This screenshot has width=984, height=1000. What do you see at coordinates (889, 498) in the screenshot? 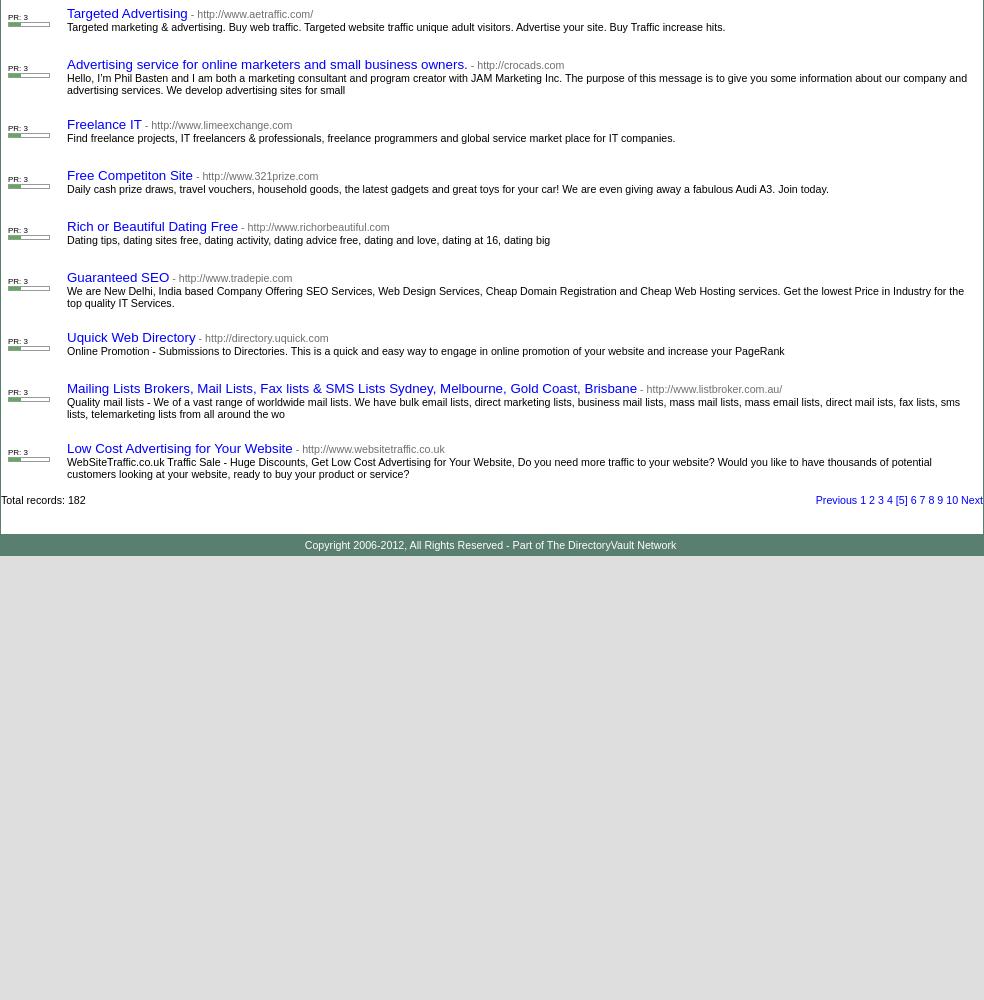
I see `'4'` at bounding box center [889, 498].